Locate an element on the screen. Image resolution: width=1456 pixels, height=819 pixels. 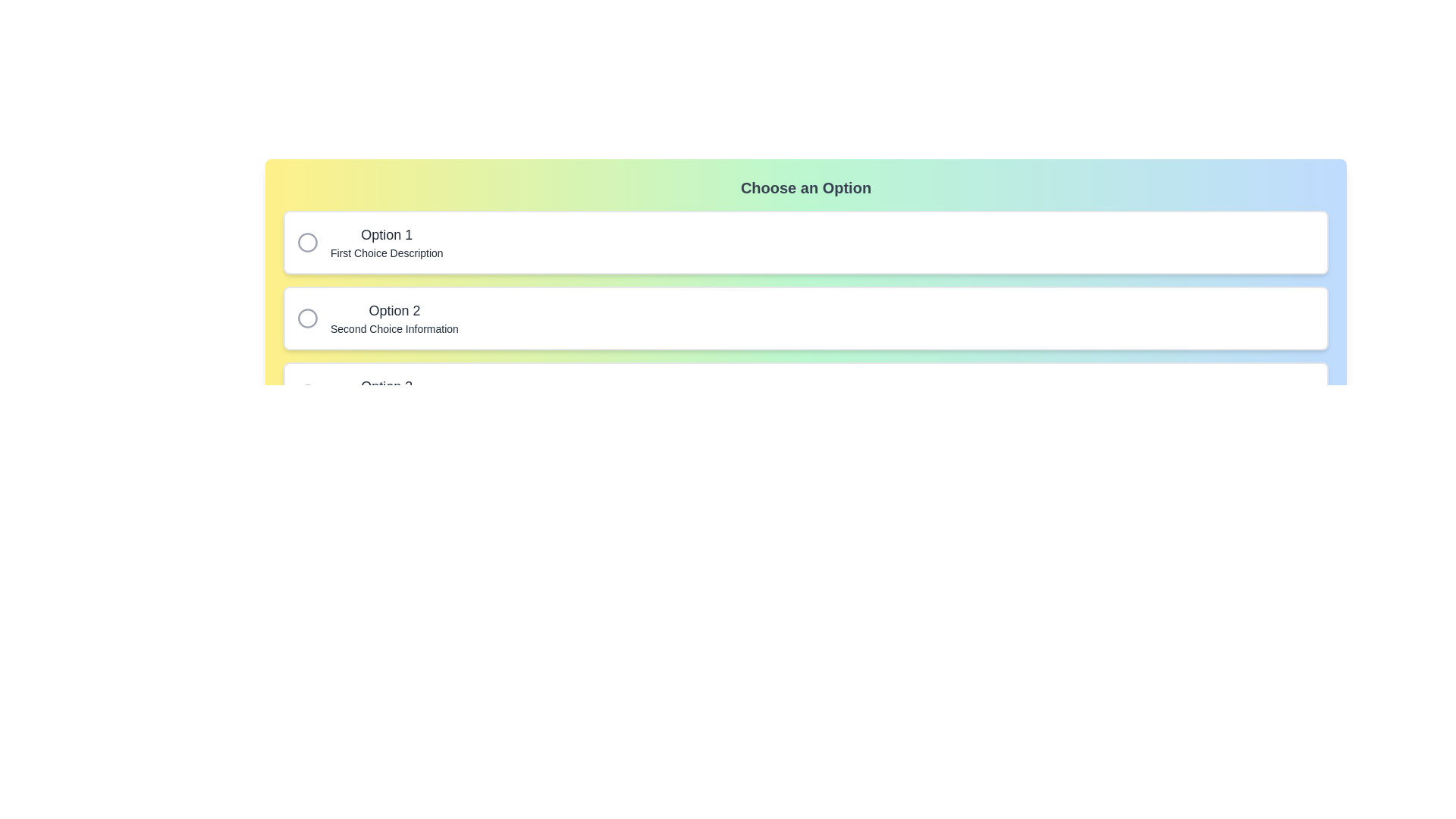
the text label that describes the first radio button option in the vertically stacked group is located at coordinates (387, 242).